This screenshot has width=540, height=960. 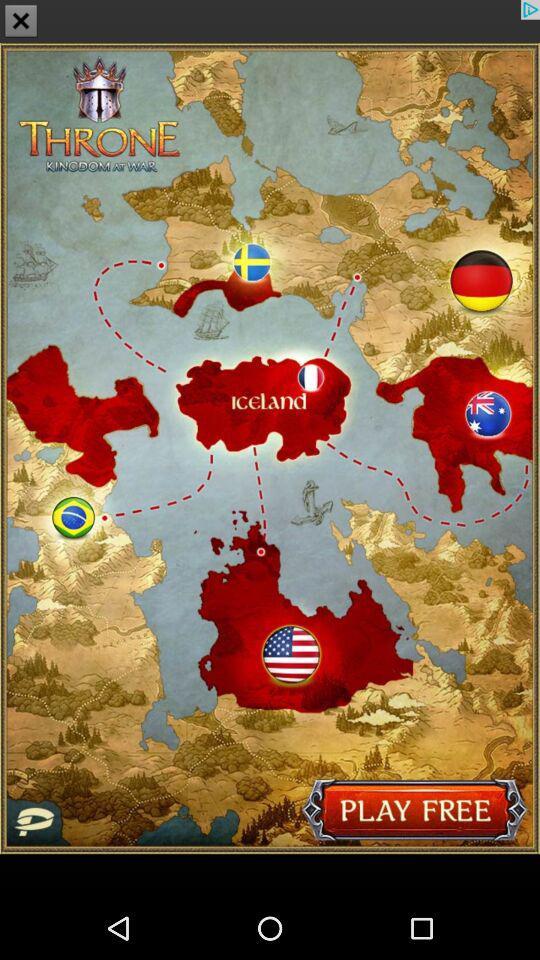 I want to click on the close icon, so click(x=20, y=21).